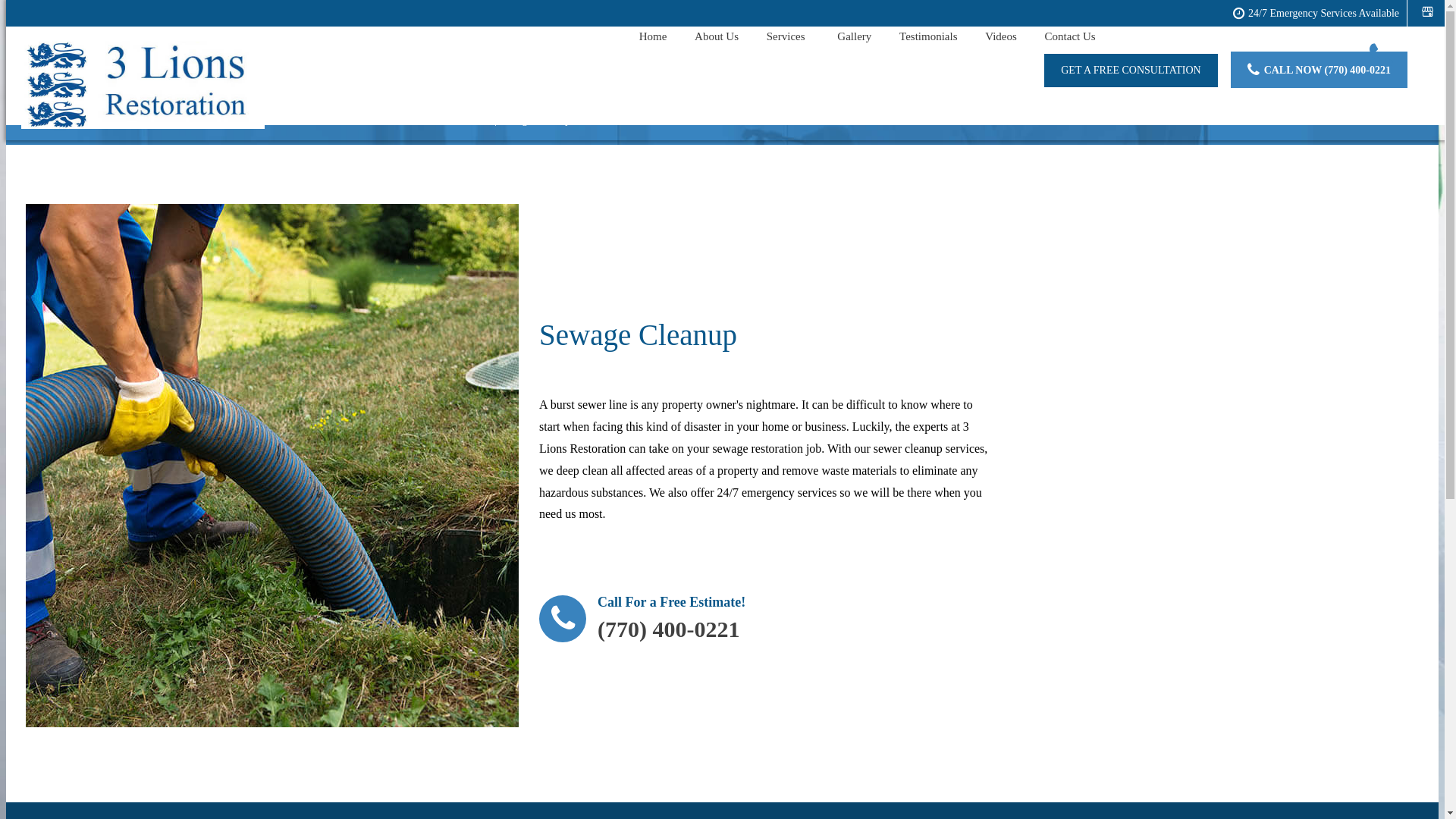 The image size is (1456, 819). I want to click on 'Google My Business', so click(1426, 11).